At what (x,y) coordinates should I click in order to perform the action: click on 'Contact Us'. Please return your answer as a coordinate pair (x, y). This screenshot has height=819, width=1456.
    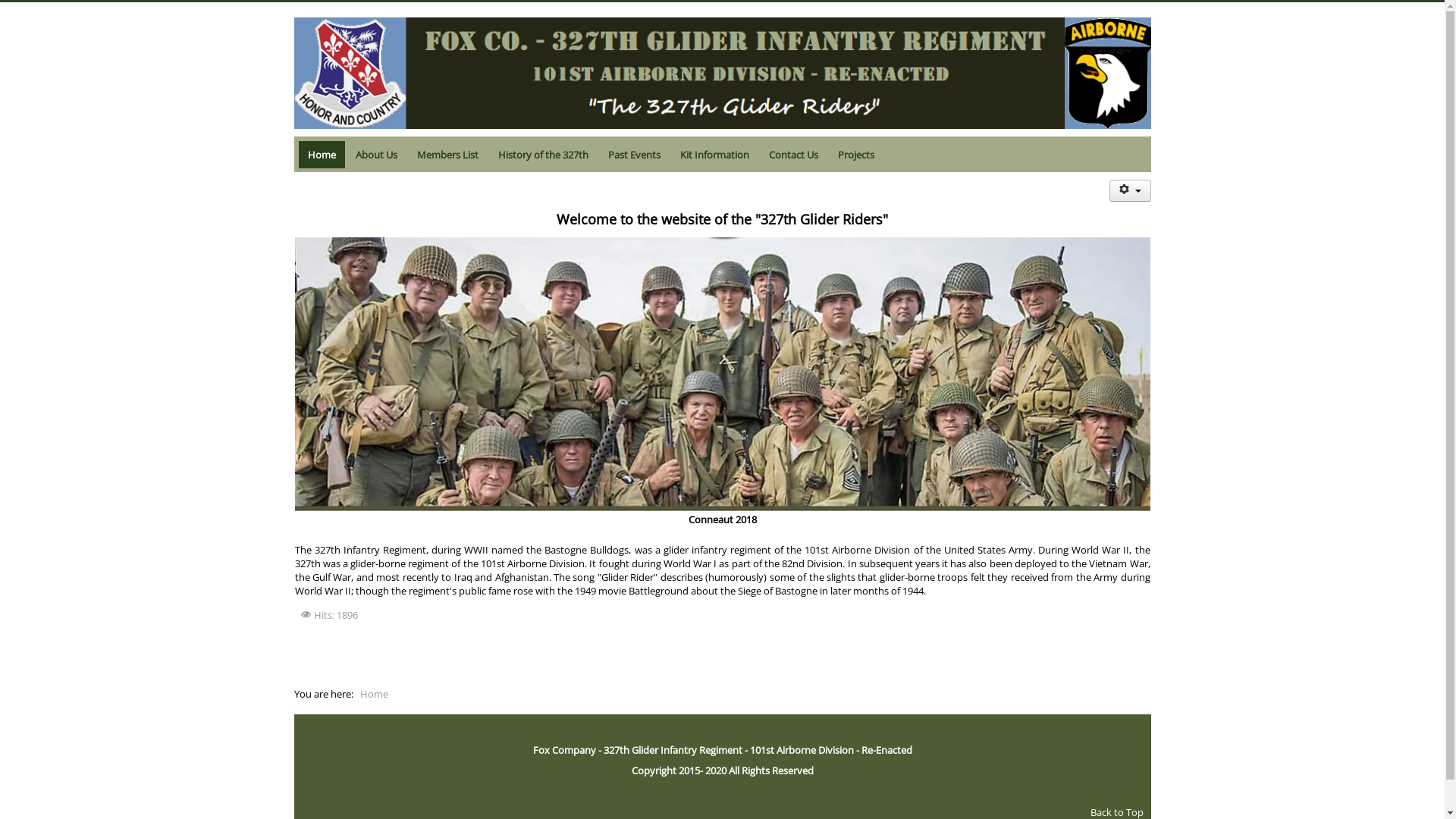
    Looking at the image, I should click on (792, 155).